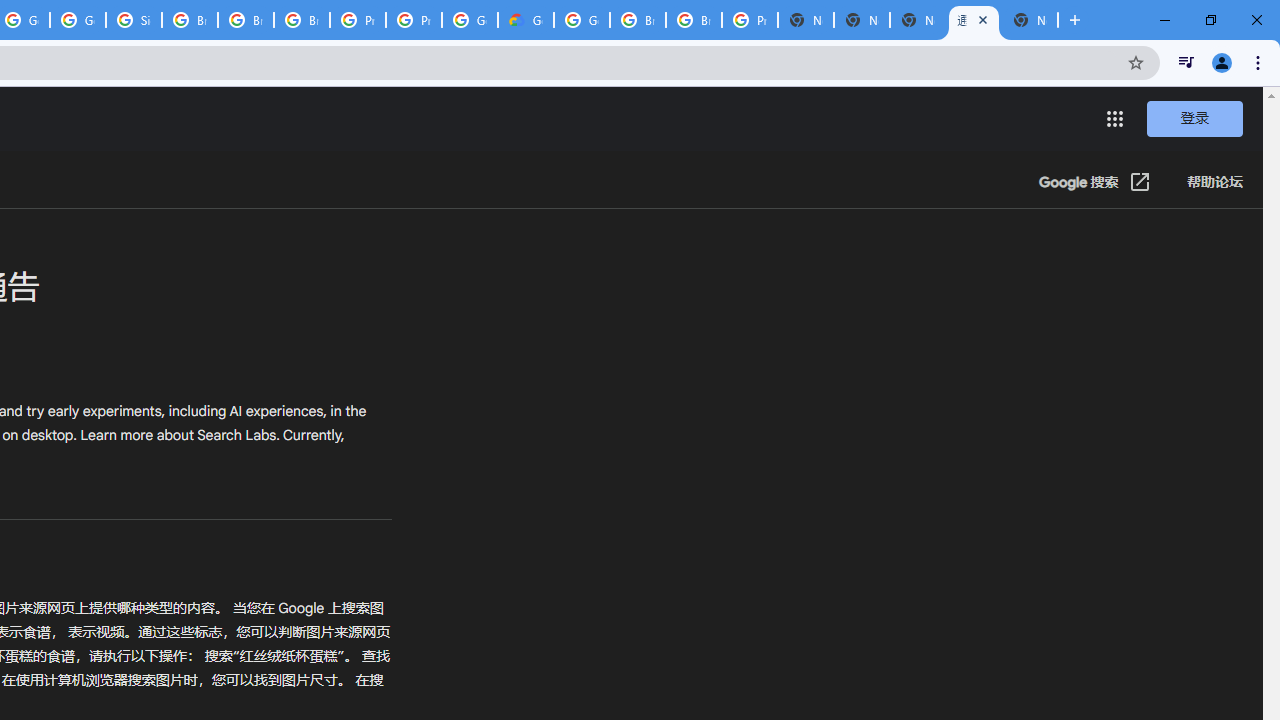  Describe the element at coordinates (190, 20) in the screenshot. I see `'Browse Chrome as a guest - Computer - Google Chrome Help'` at that location.